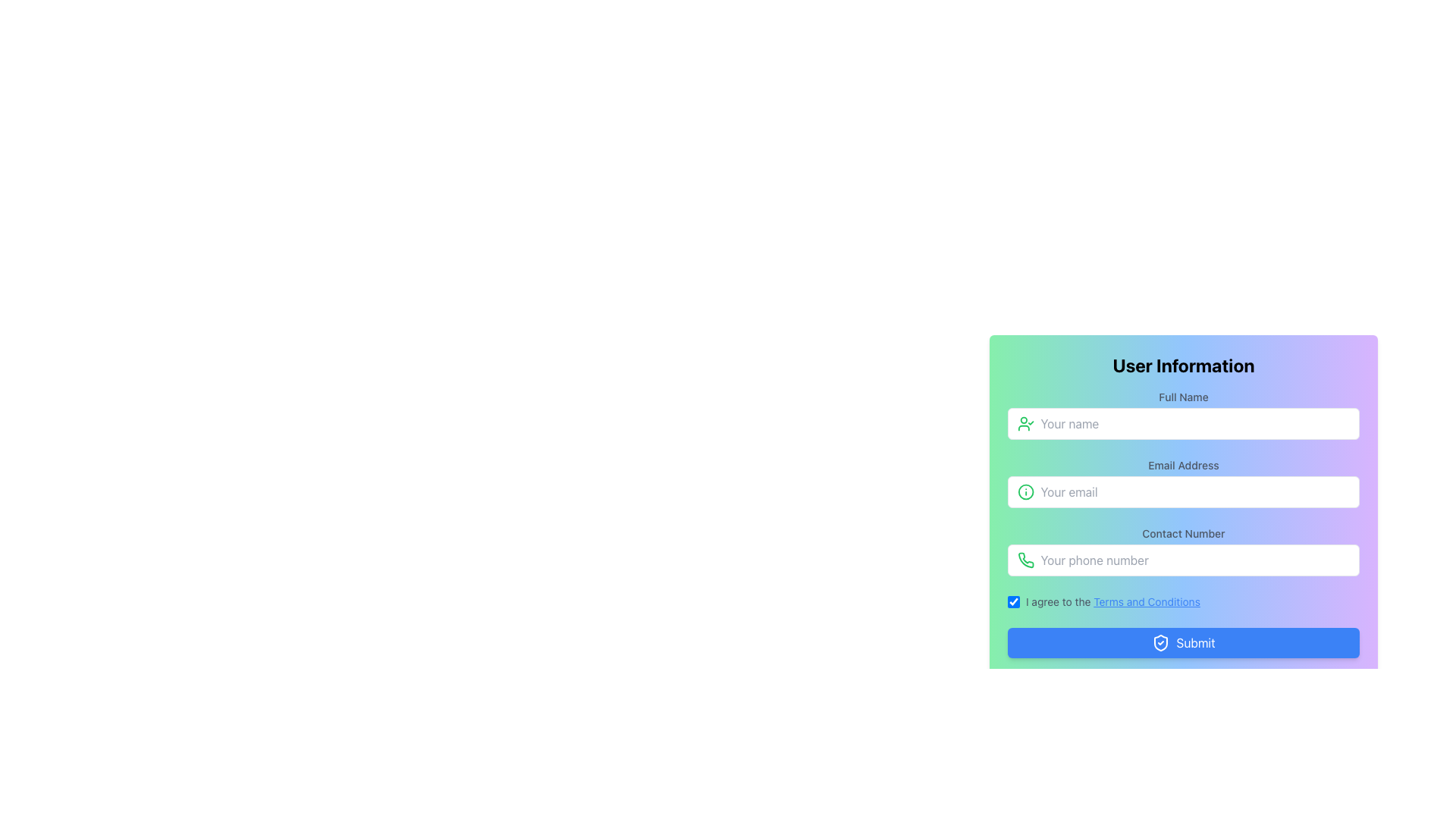 The height and width of the screenshot is (819, 1456). What do you see at coordinates (1113, 601) in the screenshot?
I see `the hyperlink 'Terms and Conditions' which is part of the text block stating 'I agree to the Terms and Conditions'. This hyperlink is underlined and in blue, located to the right of a checkbox and just above the 'Submit' button` at bounding box center [1113, 601].